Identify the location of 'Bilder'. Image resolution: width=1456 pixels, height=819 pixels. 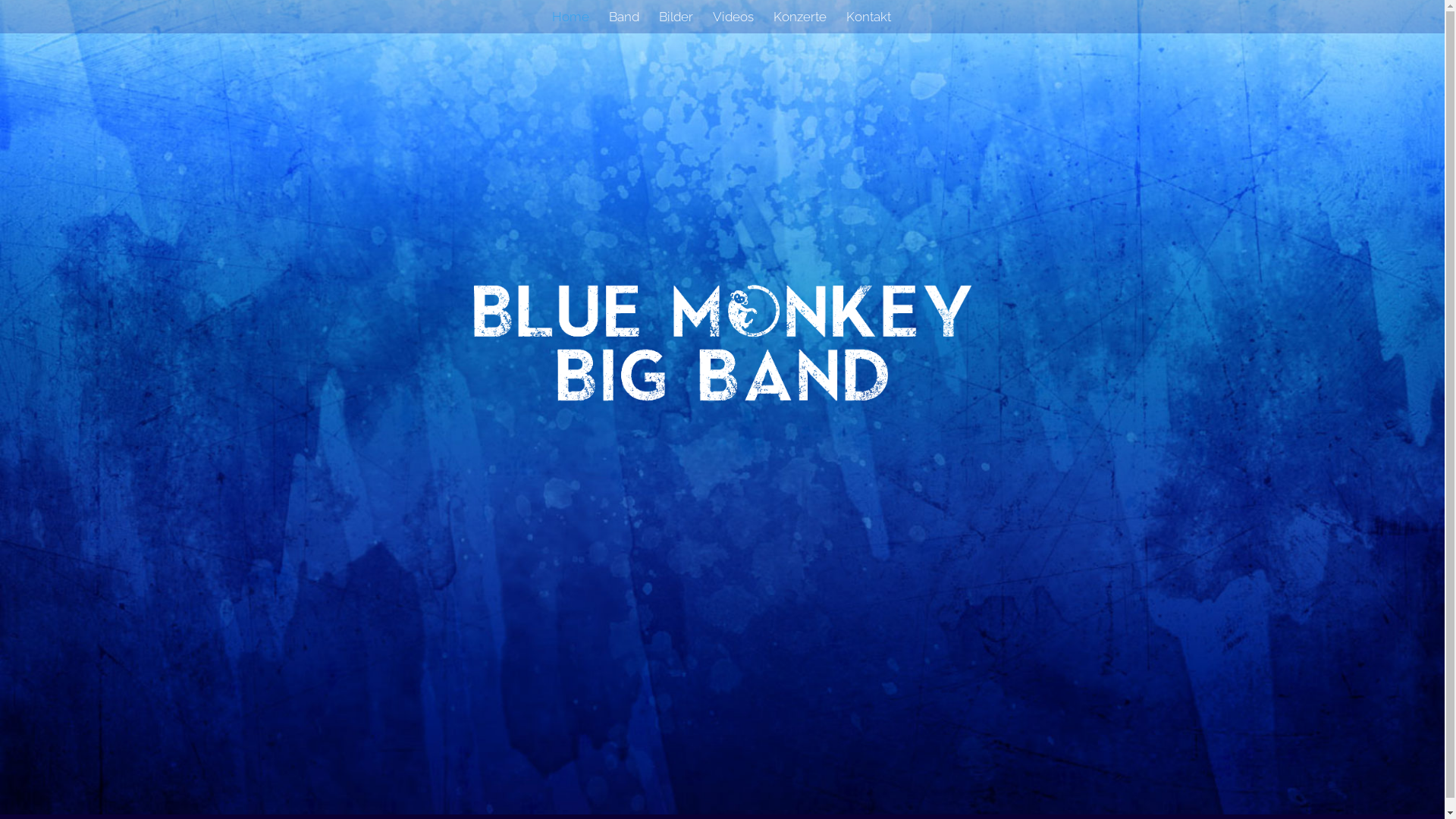
(675, 22).